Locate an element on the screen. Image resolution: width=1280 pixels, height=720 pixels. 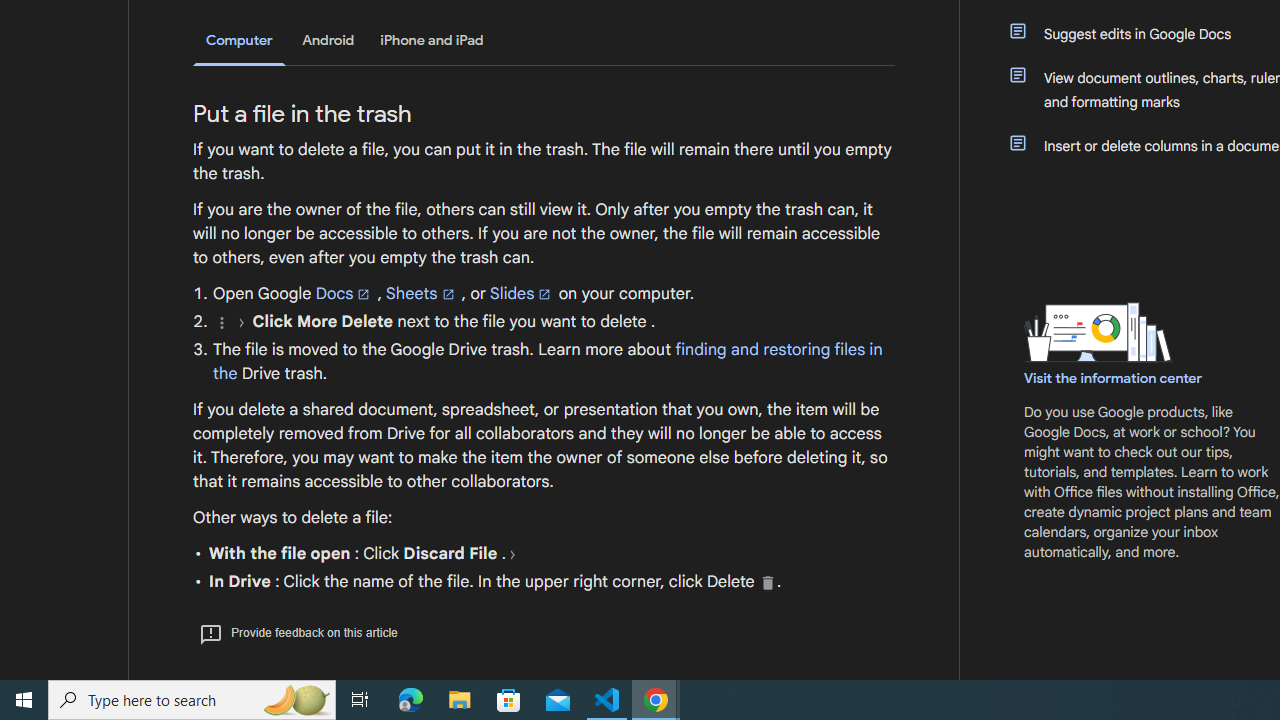
'iPhone and iPad' is located at coordinates (431, 40).